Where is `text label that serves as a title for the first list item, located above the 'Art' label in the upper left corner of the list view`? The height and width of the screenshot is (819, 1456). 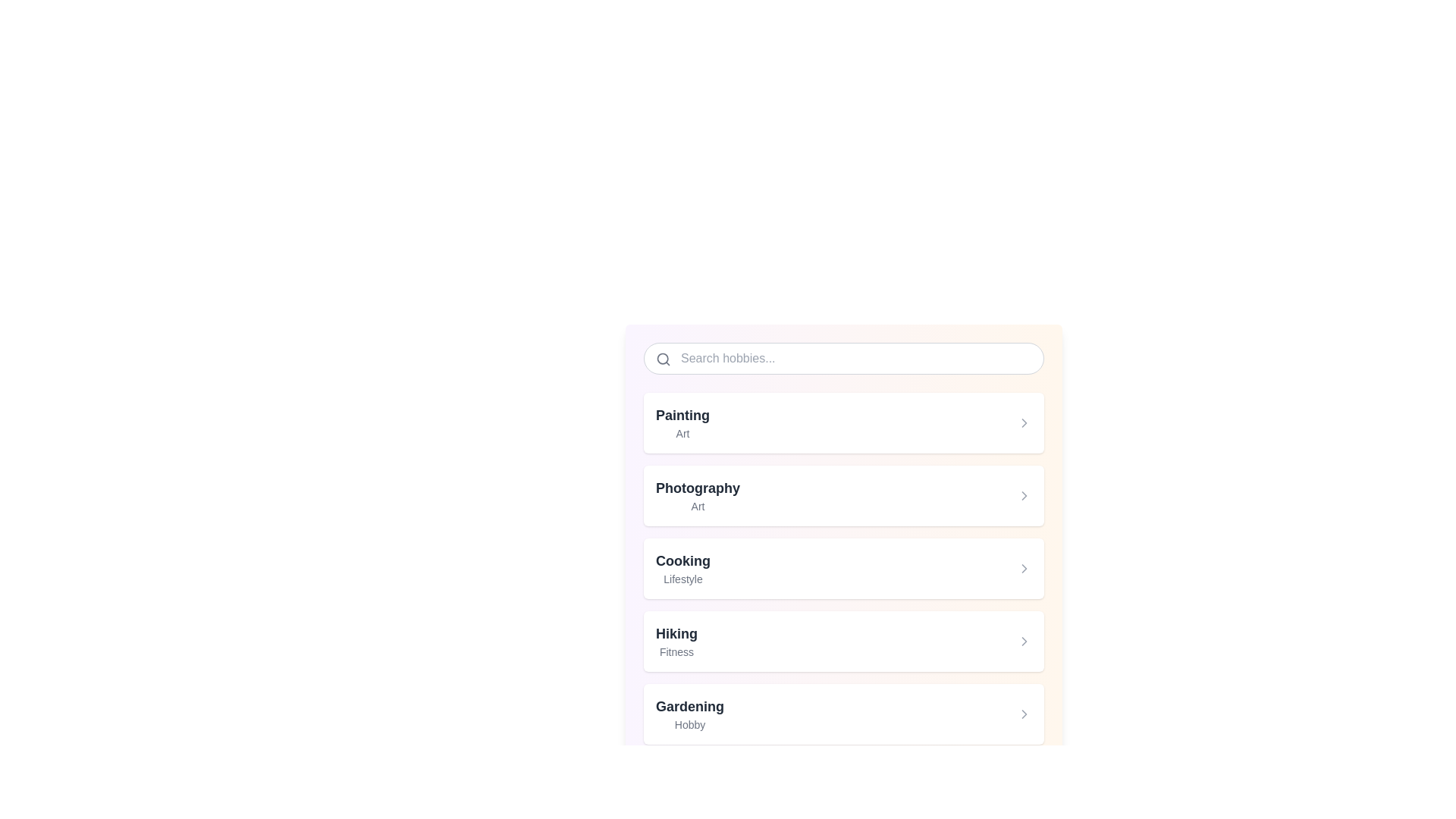 text label that serves as a title for the first list item, located above the 'Art' label in the upper left corner of the list view is located at coordinates (682, 415).